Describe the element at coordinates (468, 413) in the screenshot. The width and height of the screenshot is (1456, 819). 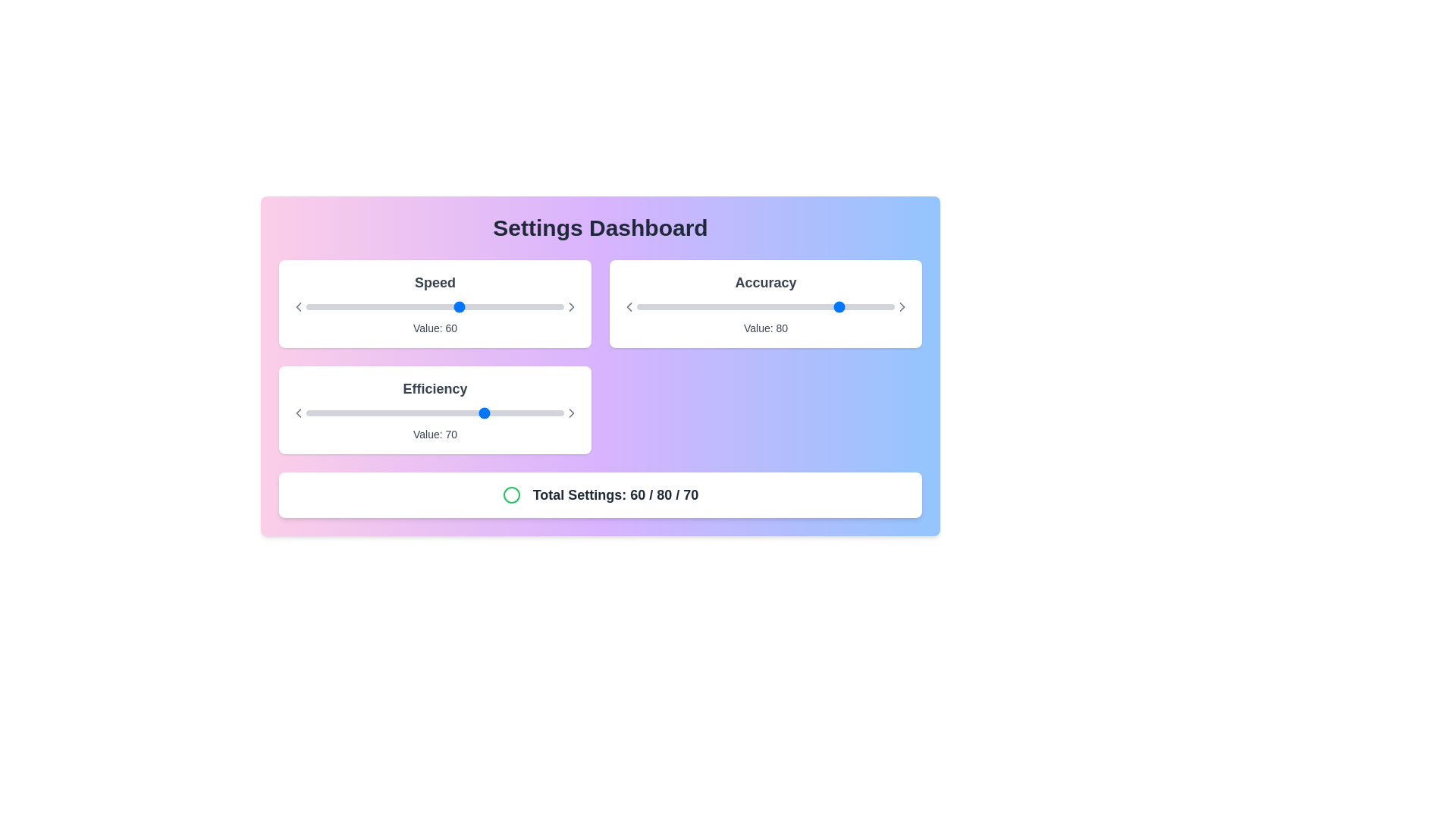
I see `efficiency` at that location.